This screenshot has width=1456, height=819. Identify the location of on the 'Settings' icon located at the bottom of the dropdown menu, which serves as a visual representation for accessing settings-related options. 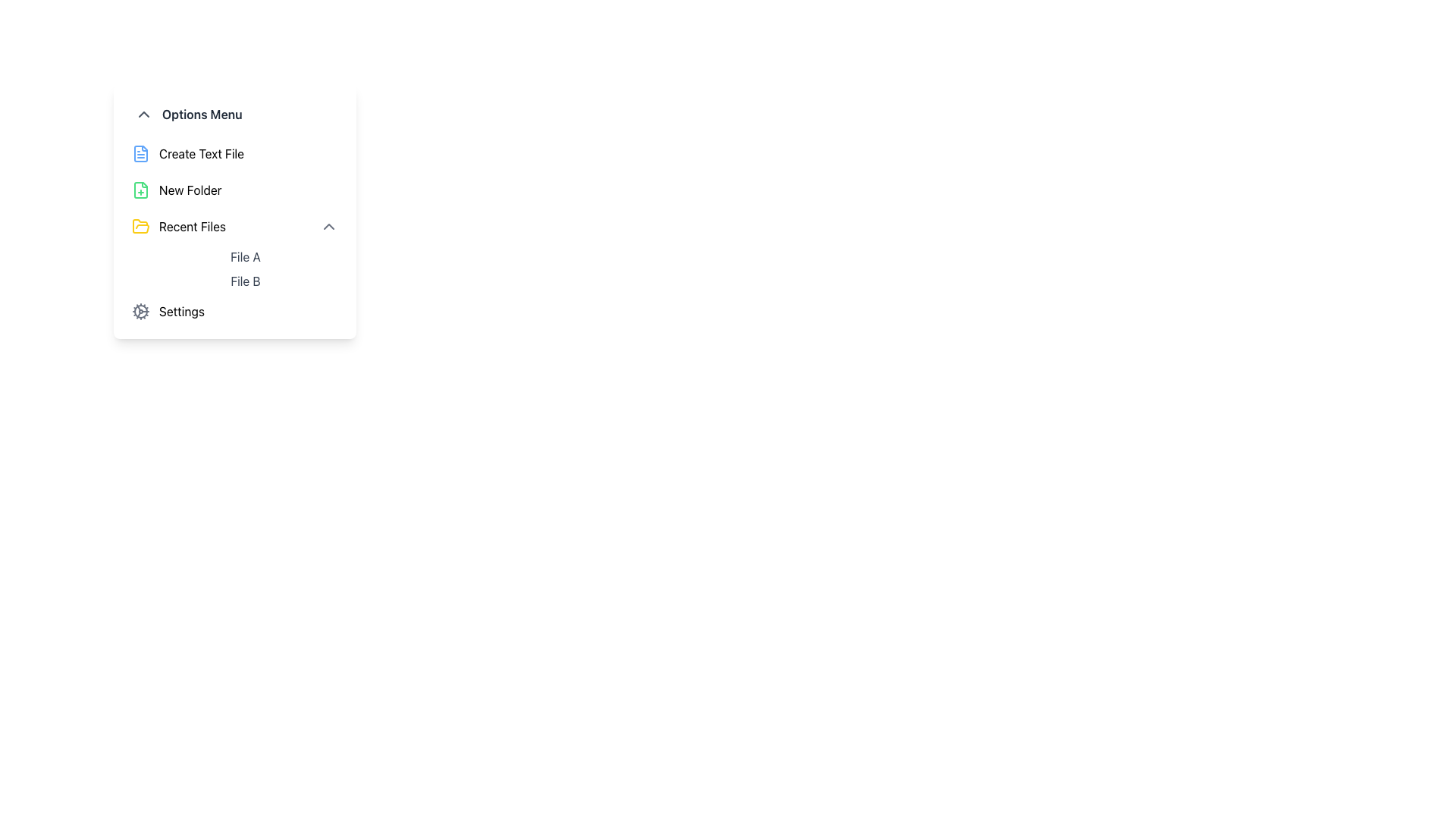
(141, 311).